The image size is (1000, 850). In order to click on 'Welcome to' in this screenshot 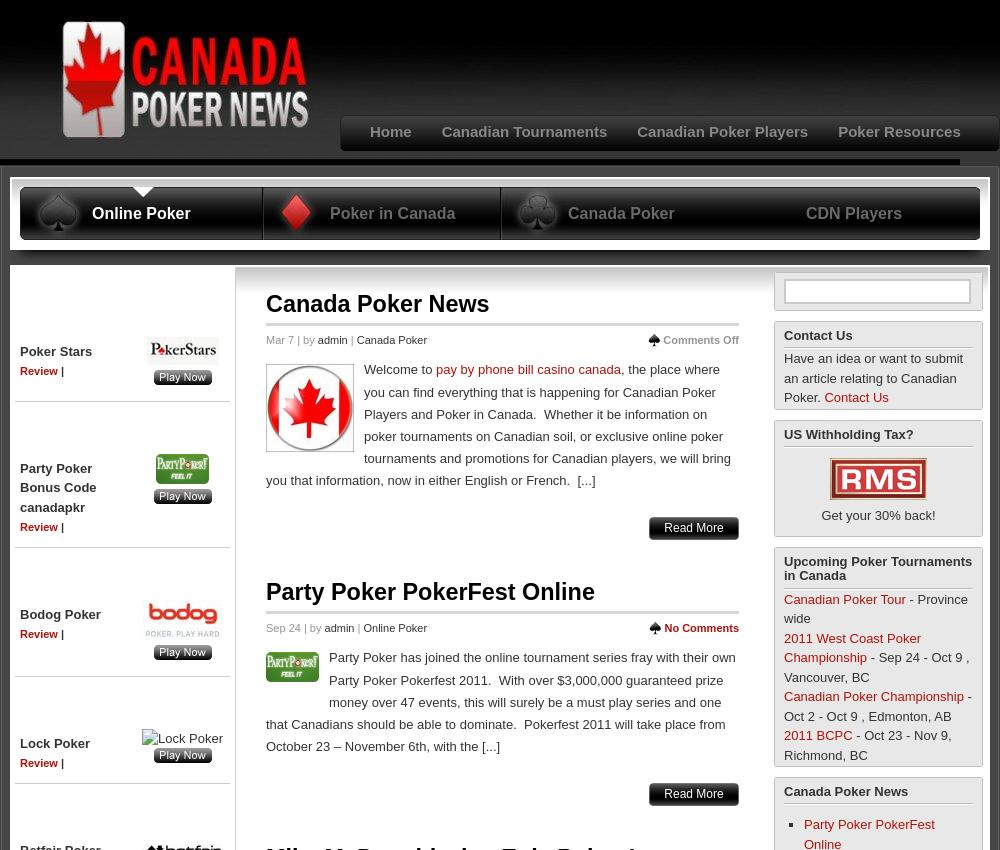, I will do `click(400, 368)`.